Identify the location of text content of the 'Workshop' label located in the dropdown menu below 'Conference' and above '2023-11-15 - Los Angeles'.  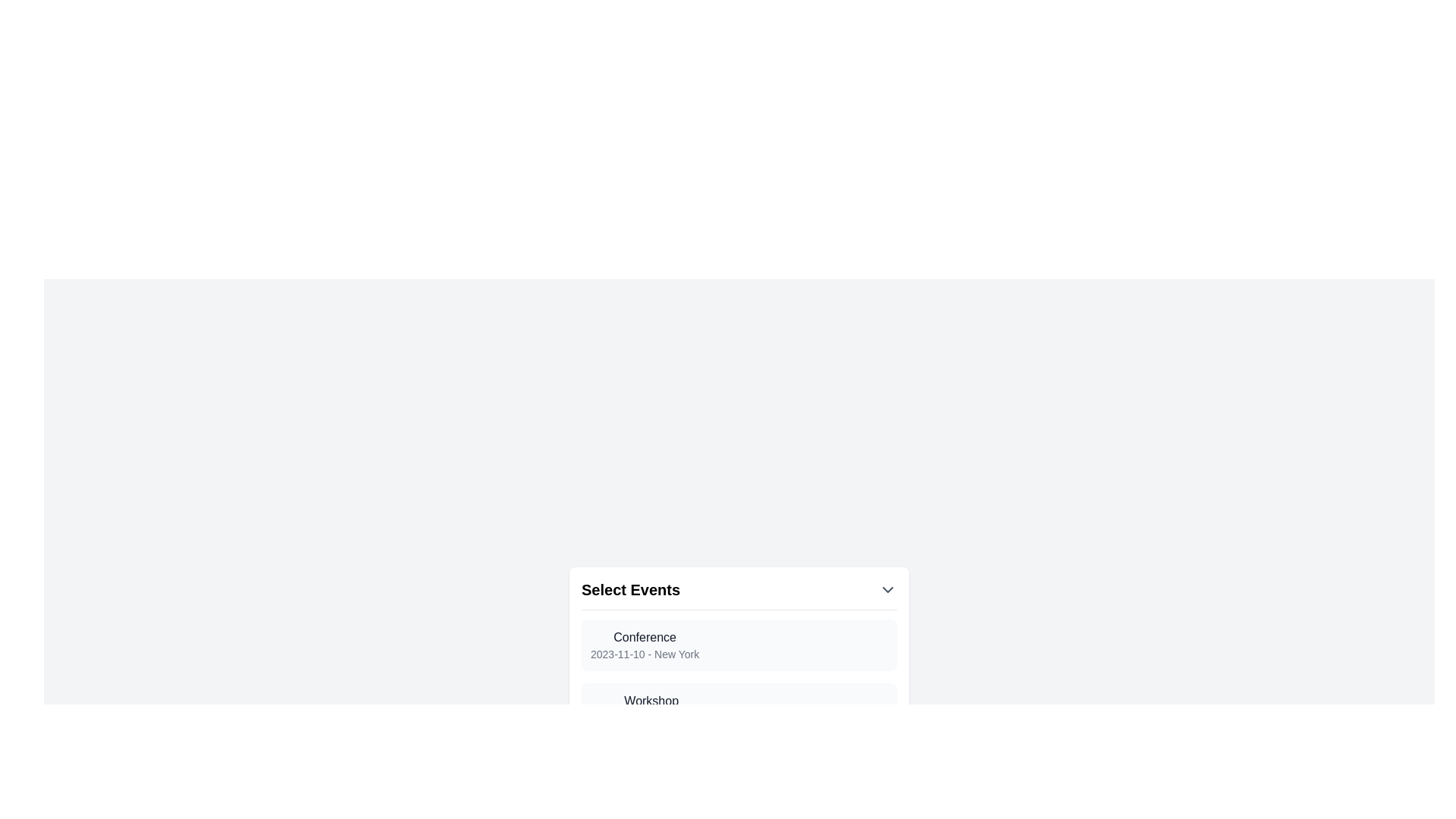
(651, 701).